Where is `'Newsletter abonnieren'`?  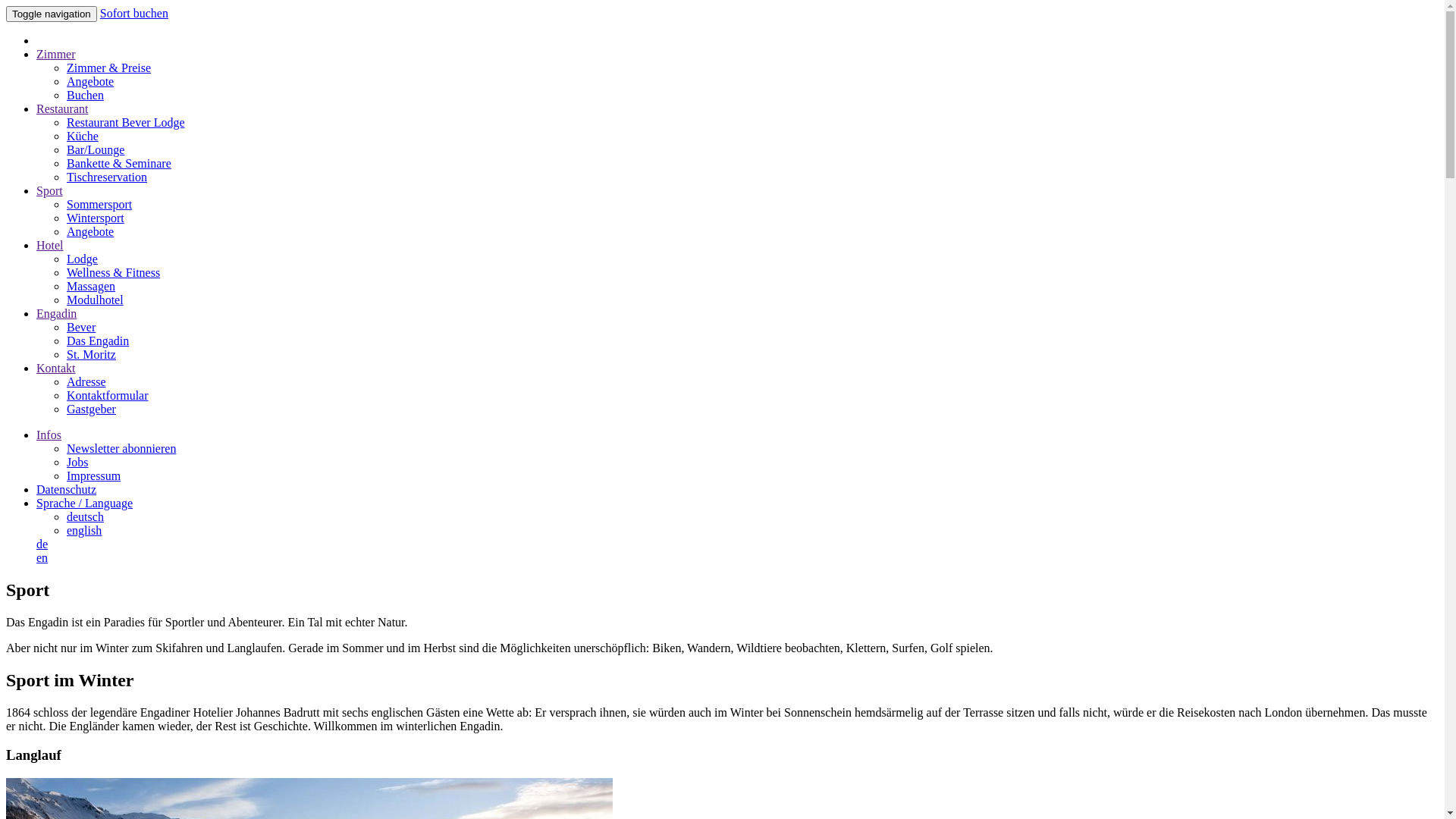 'Newsletter abonnieren' is located at coordinates (65, 447).